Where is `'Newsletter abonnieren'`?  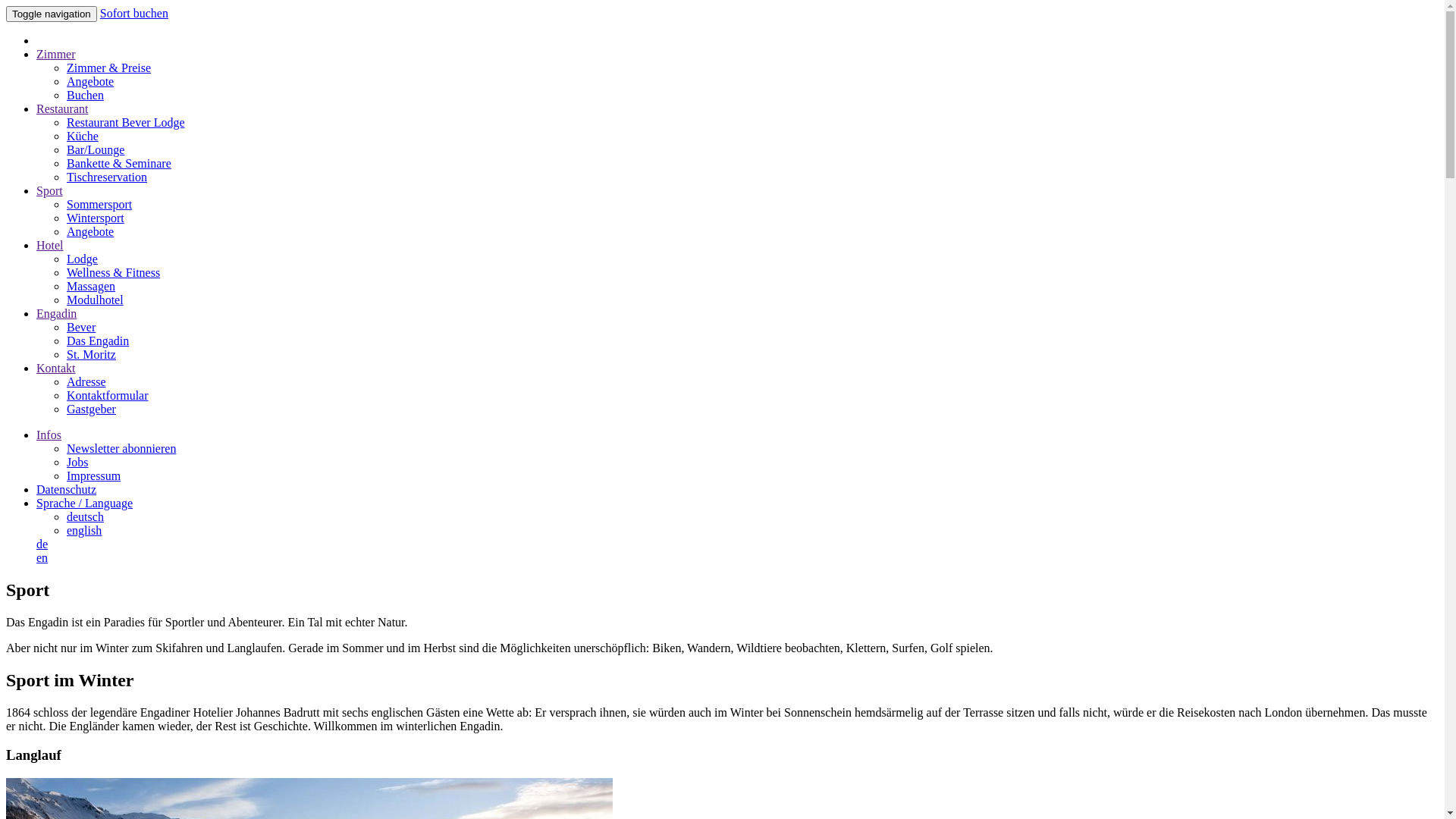 'Newsletter abonnieren' is located at coordinates (65, 447).